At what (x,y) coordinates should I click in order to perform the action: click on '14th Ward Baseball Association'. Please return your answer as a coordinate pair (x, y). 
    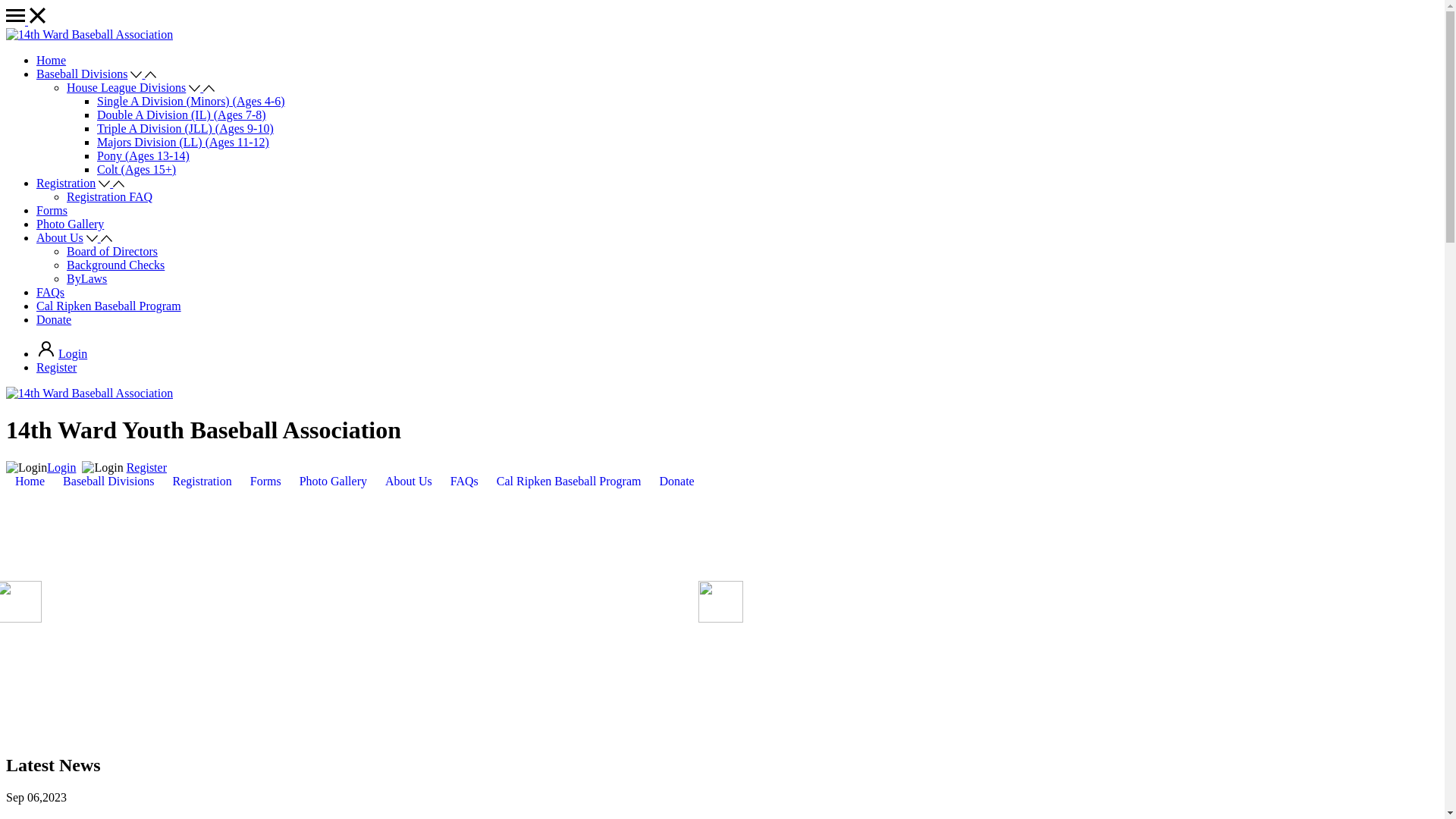
    Looking at the image, I should click on (89, 392).